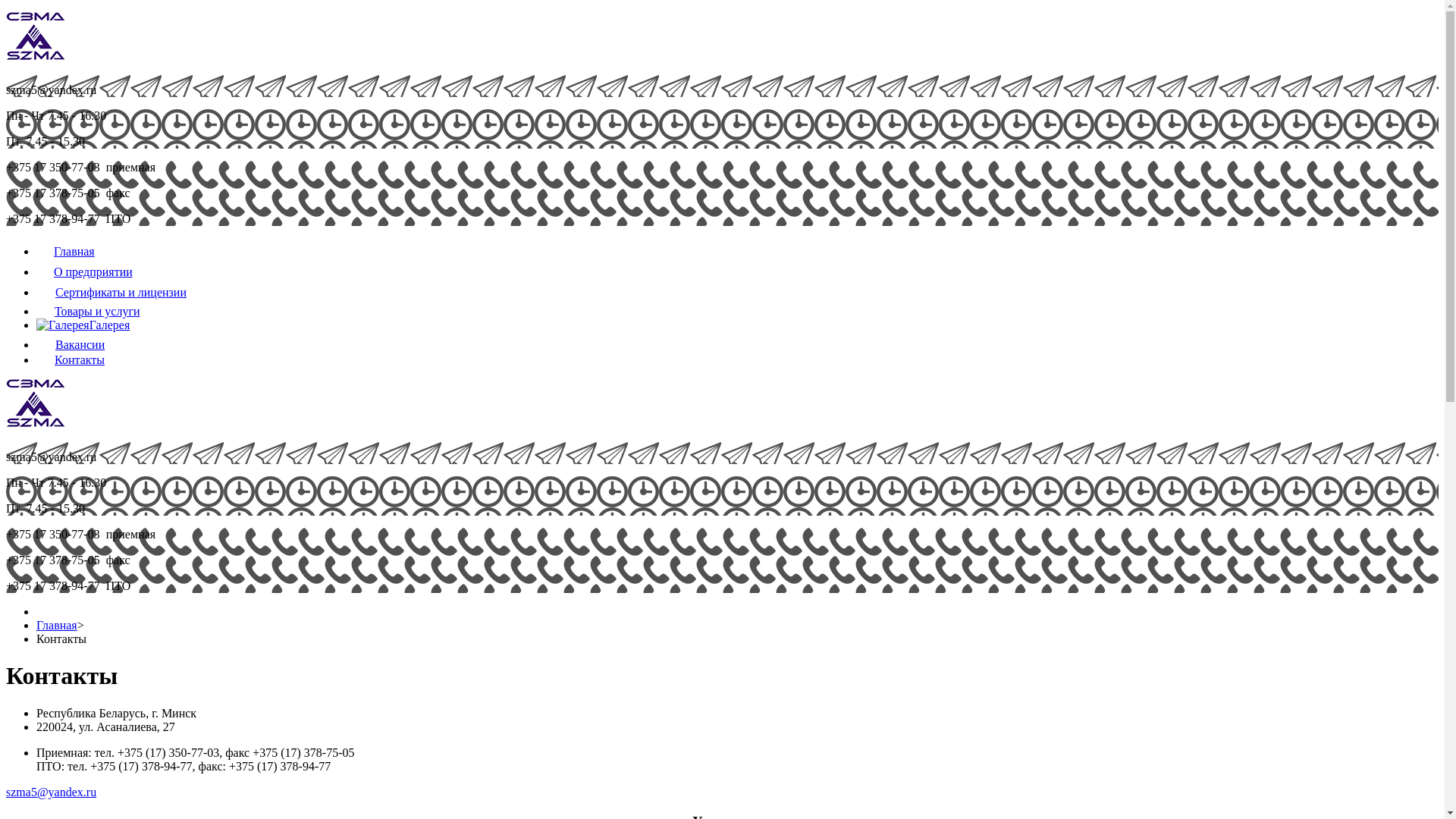 This screenshot has width=1456, height=819. What do you see at coordinates (6, 791) in the screenshot?
I see `'szma5@yandex.ru'` at bounding box center [6, 791].